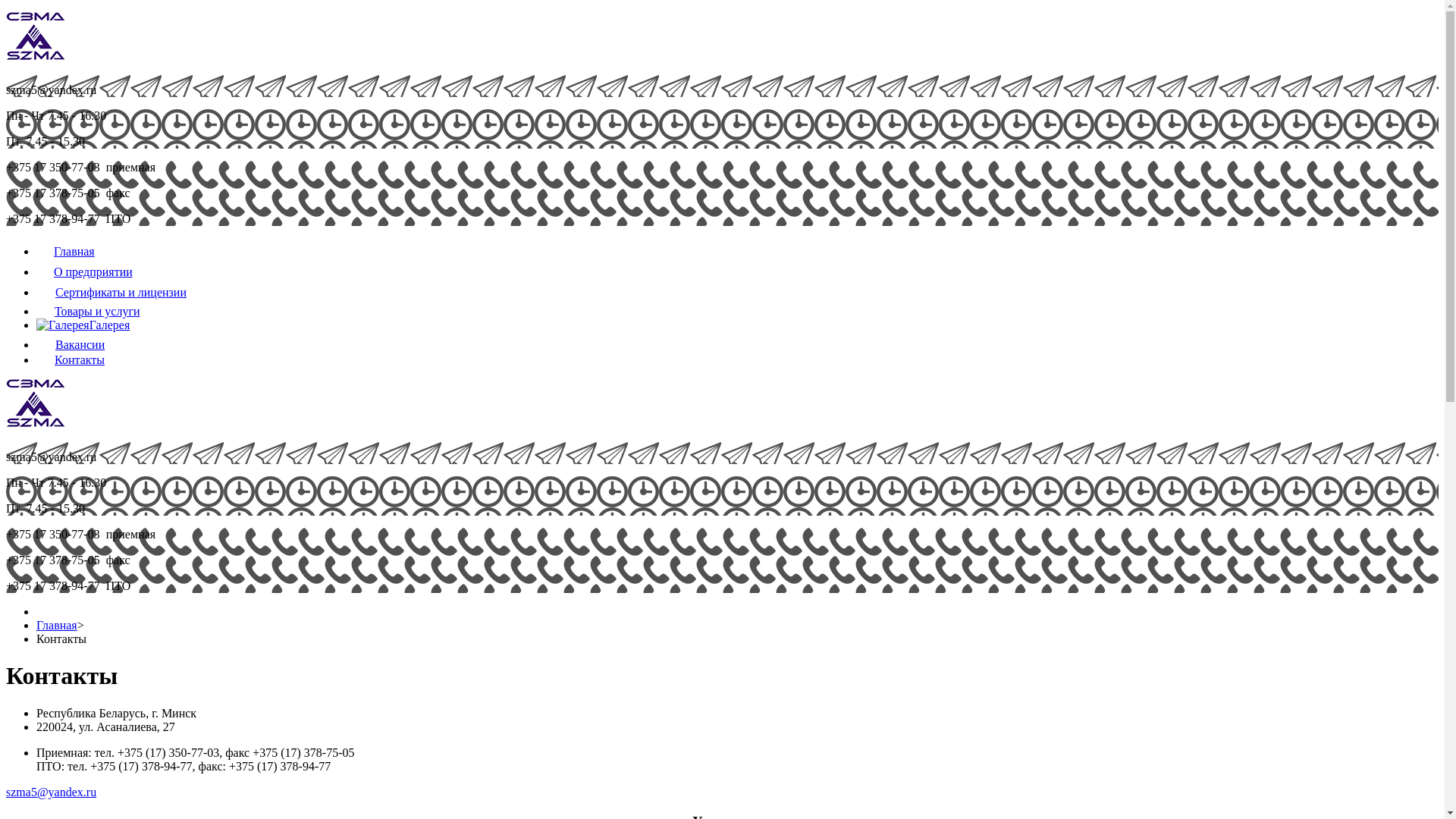 This screenshot has width=1456, height=819. What do you see at coordinates (6, 791) in the screenshot?
I see `'szma5@yandex.ru'` at bounding box center [6, 791].